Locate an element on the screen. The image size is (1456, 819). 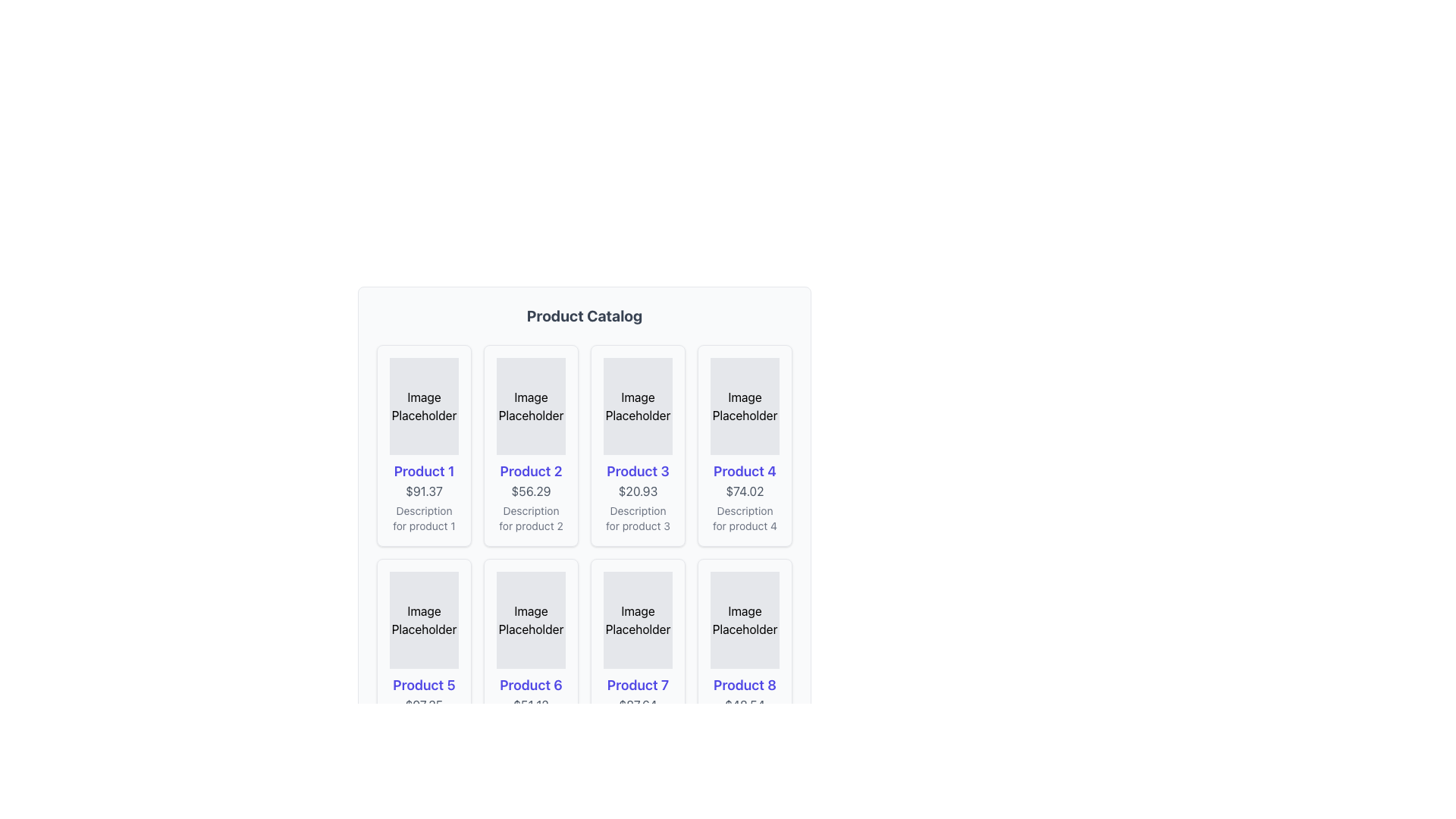
the card displaying 'Product 7' with a price of '$87.64' and a description 'Description for product 7'. This card is the fourth in the second row of a grid layout is located at coordinates (638, 659).